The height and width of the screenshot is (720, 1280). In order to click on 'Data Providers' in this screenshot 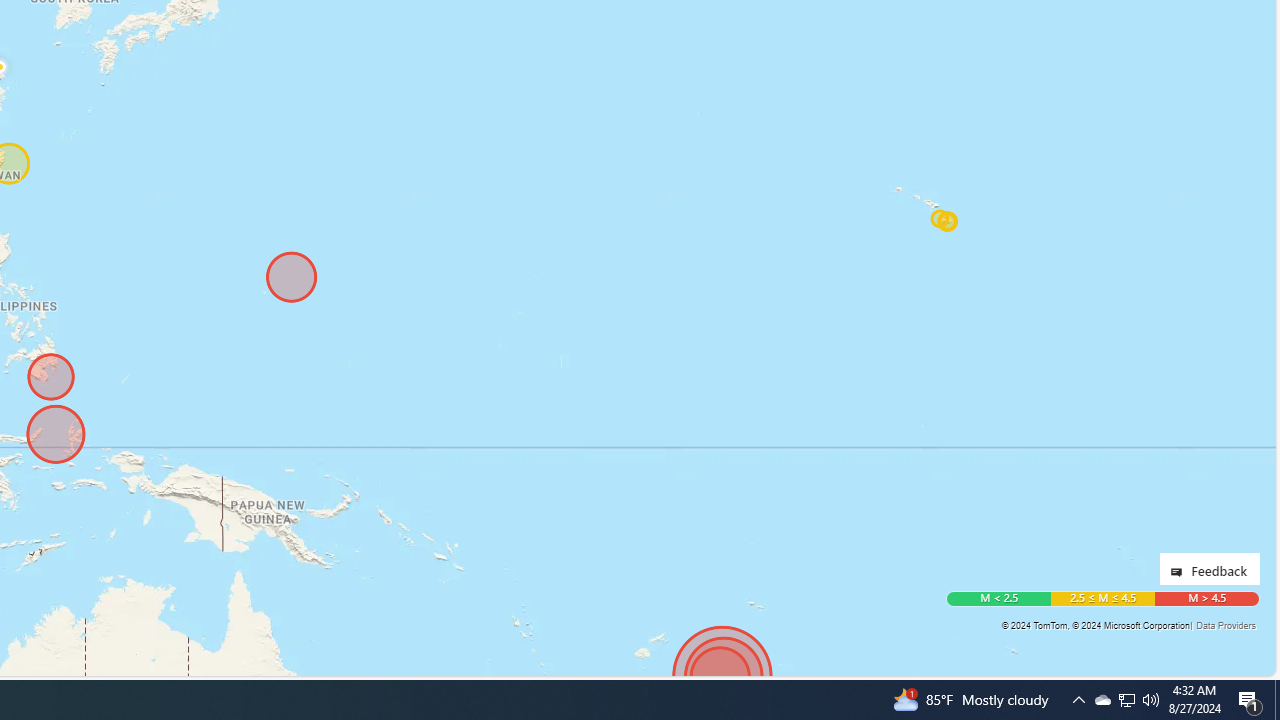, I will do `click(1224, 624)`.